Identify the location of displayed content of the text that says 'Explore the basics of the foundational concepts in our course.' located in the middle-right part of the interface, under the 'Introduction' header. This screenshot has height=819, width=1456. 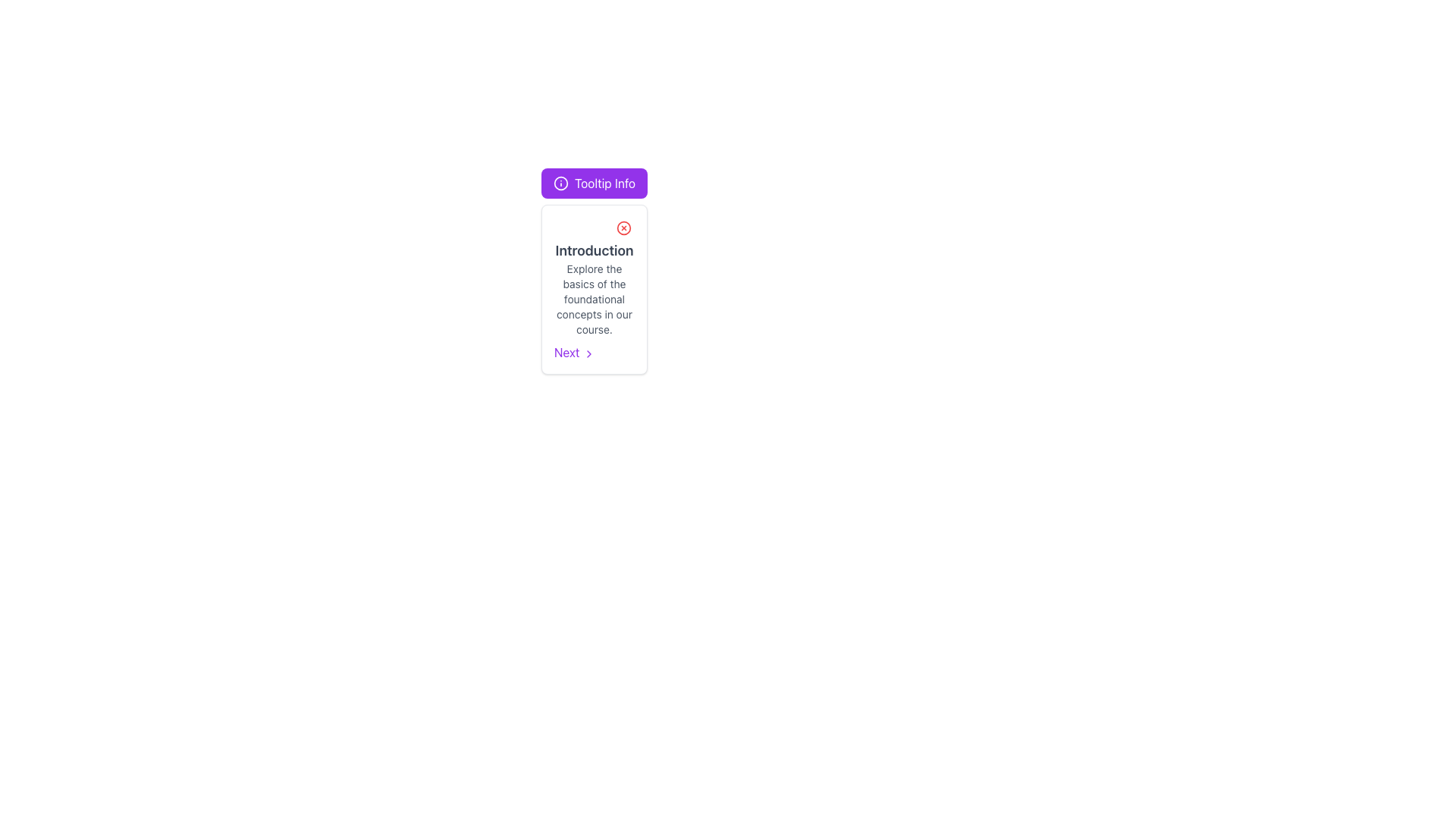
(593, 299).